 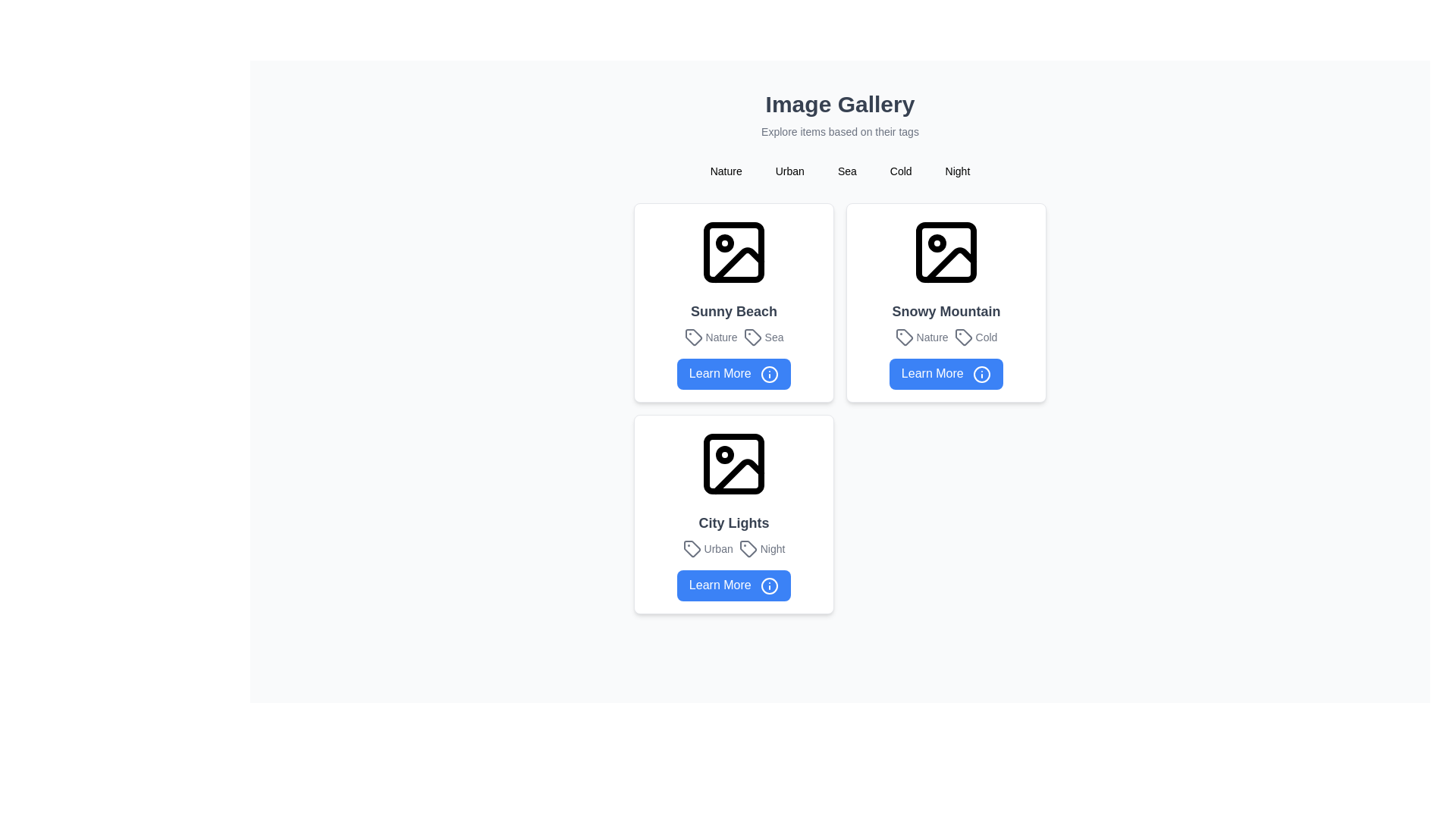 I want to click on the tag icon resembling a tag, outlined in black, located beside the text label 'Sea' within the 'Sunny Beach' card, so click(x=752, y=336).